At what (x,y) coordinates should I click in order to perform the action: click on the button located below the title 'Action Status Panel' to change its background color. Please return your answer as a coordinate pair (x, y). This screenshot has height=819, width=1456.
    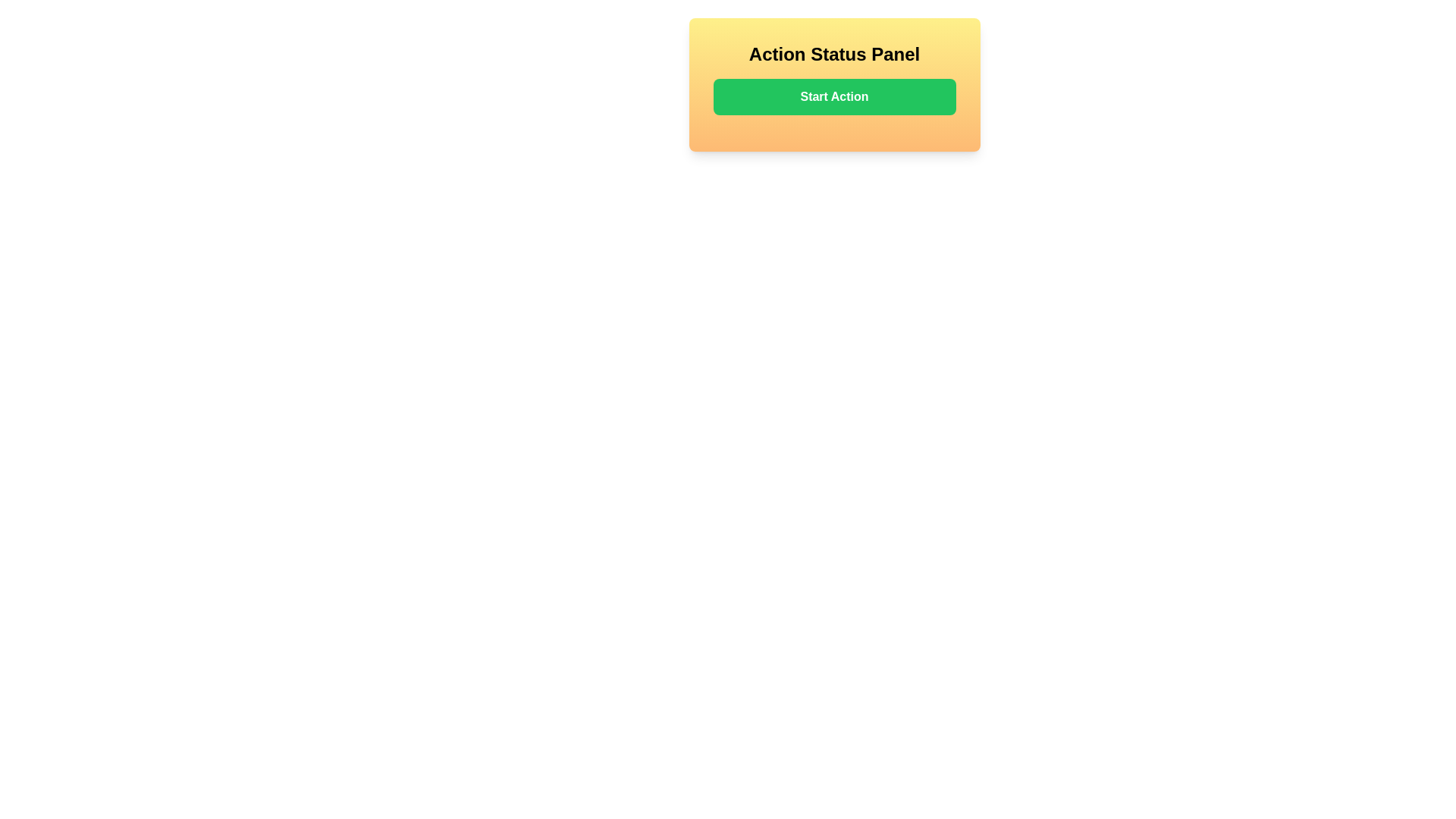
    Looking at the image, I should click on (833, 96).